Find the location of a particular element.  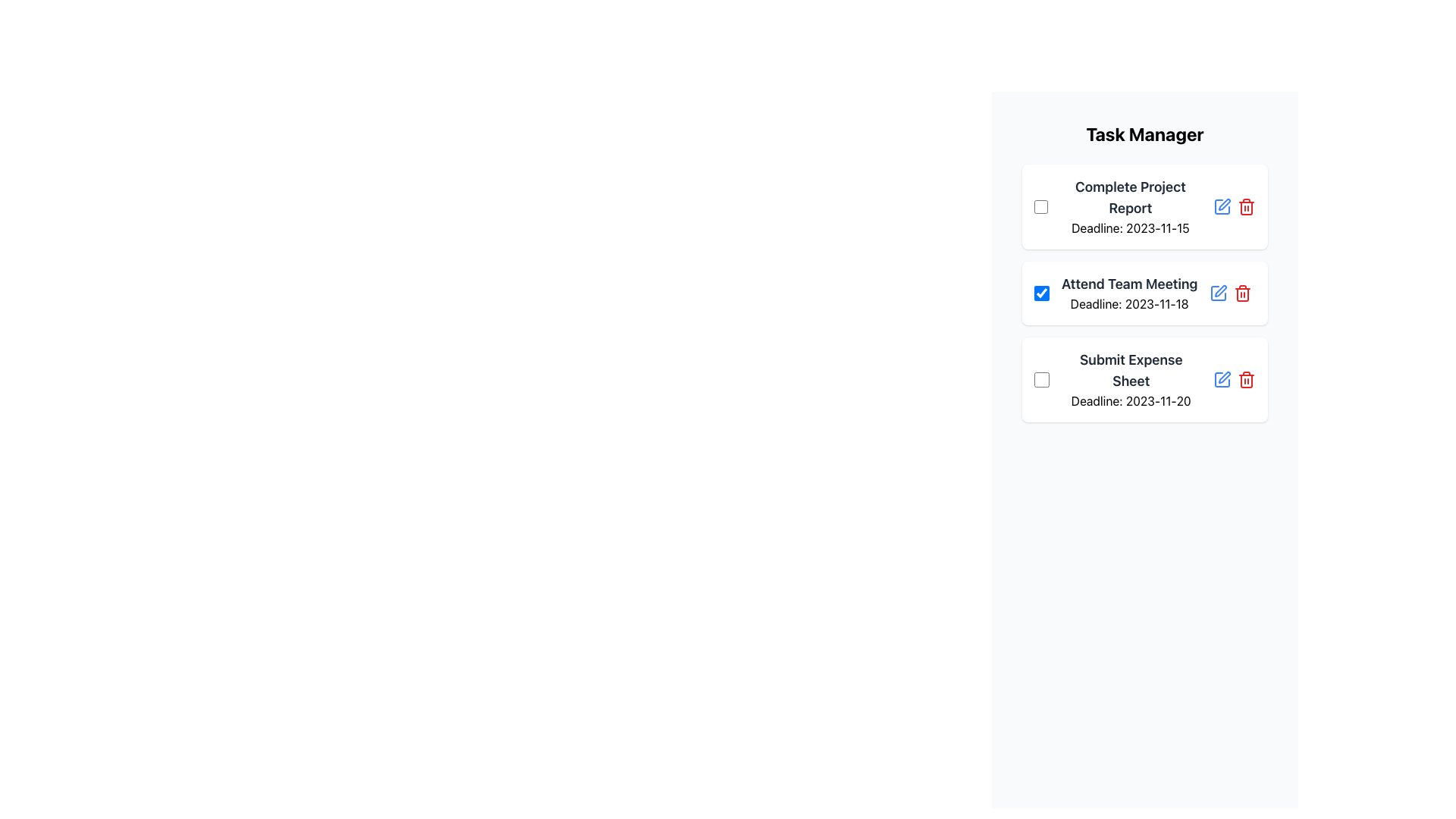

the checkbox component is located at coordinates (1040, 379).